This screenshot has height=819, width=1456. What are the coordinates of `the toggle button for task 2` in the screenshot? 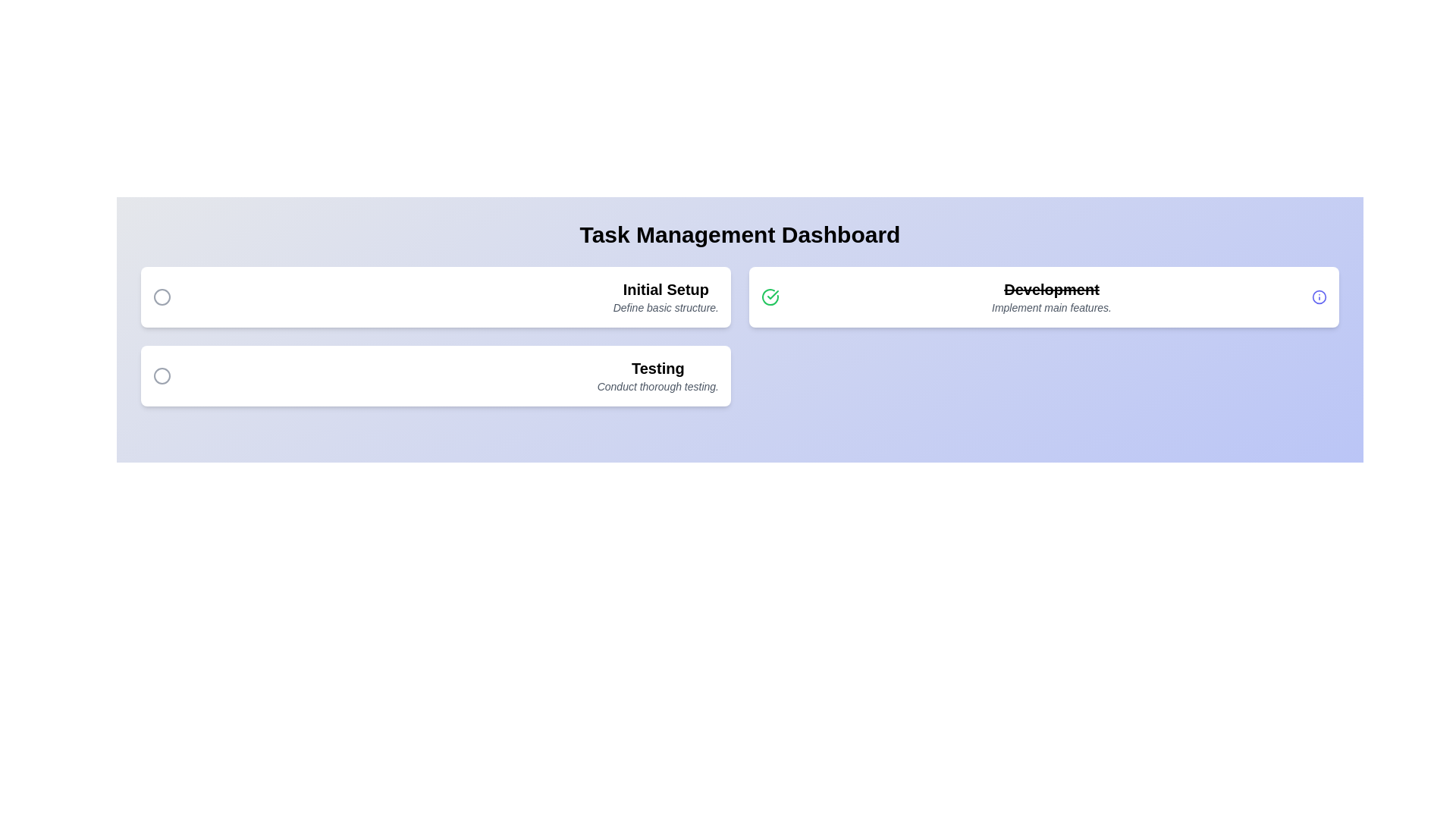 It's located at (770, 297).